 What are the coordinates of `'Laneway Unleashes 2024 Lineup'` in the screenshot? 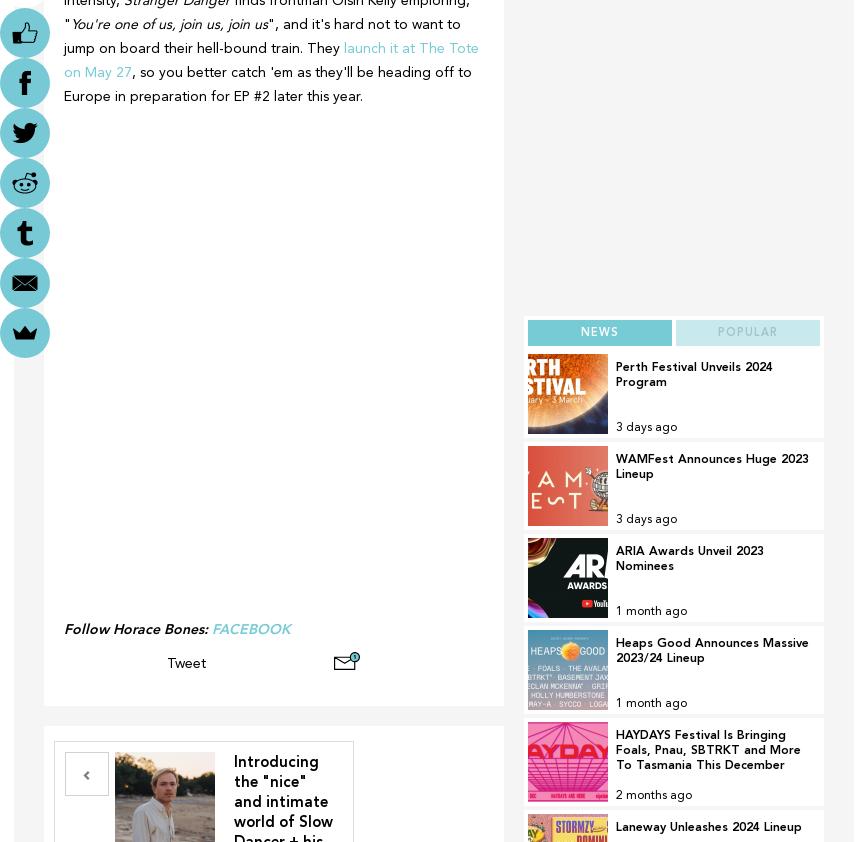 It's located at (706, 827).